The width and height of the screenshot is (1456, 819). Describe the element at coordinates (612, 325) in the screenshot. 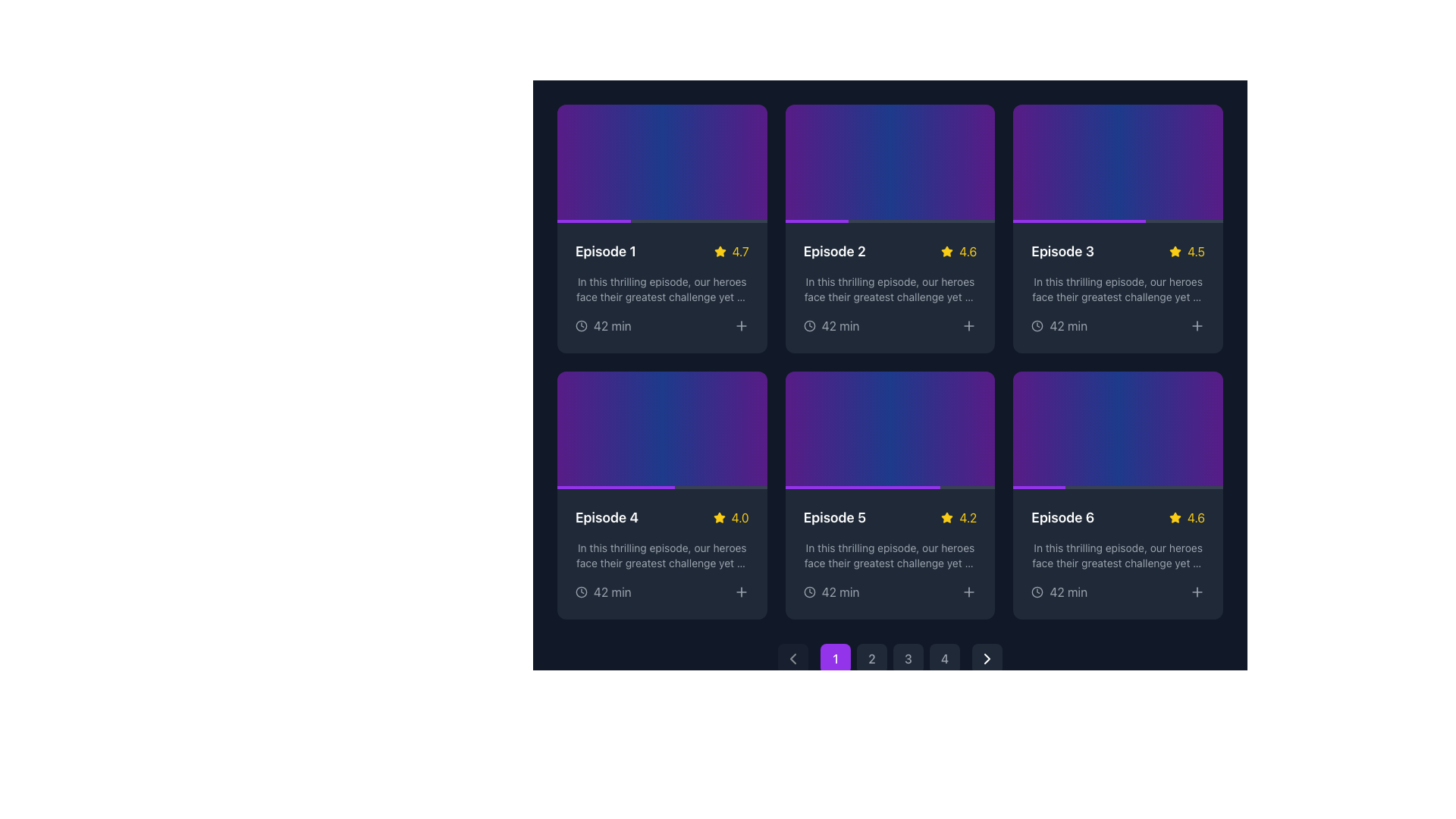

I see `the text display showing '42 min' in light gray color, located below the description of the first episode card` at that location.